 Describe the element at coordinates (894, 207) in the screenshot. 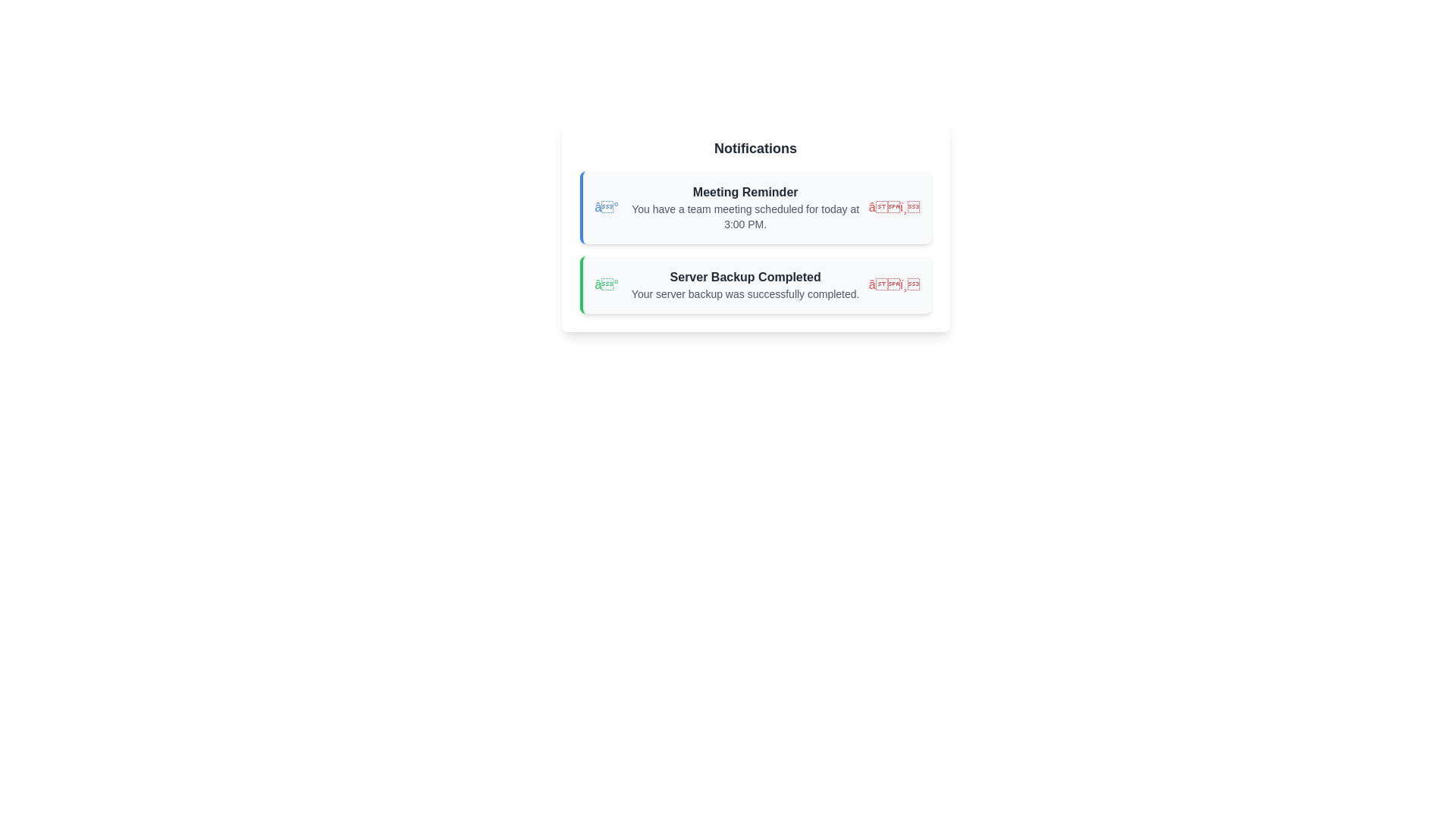

I see `the vibrant red cross (x) icon button at the far-right end of the 'Meeting Reminder' notification` at that location.